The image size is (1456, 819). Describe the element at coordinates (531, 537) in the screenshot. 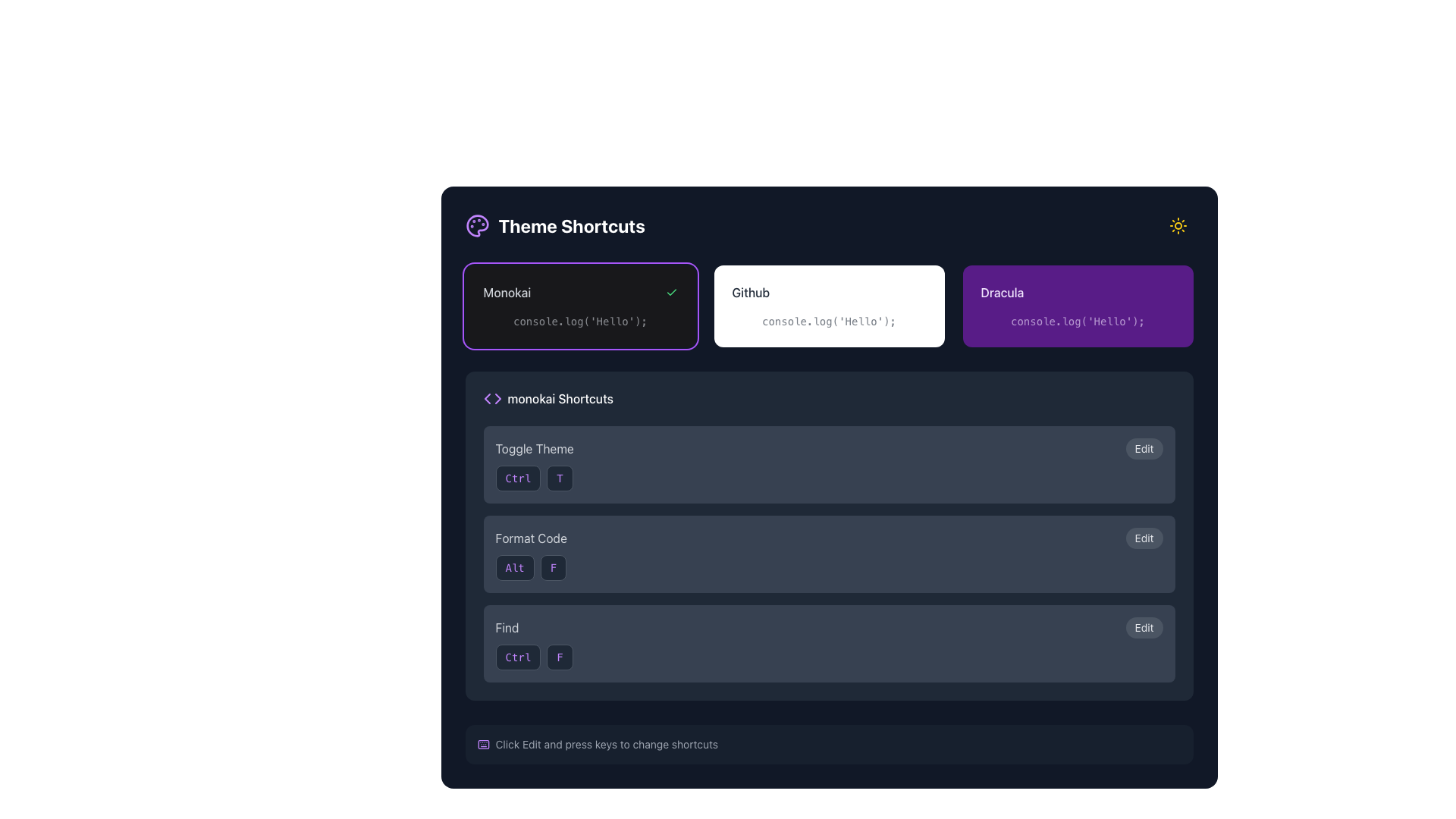

I see `the 'Format Code' text label, which is styled with a gray font on a dark background, located in the 'monokai Shortcuts' section as the second item in the list` at that location.